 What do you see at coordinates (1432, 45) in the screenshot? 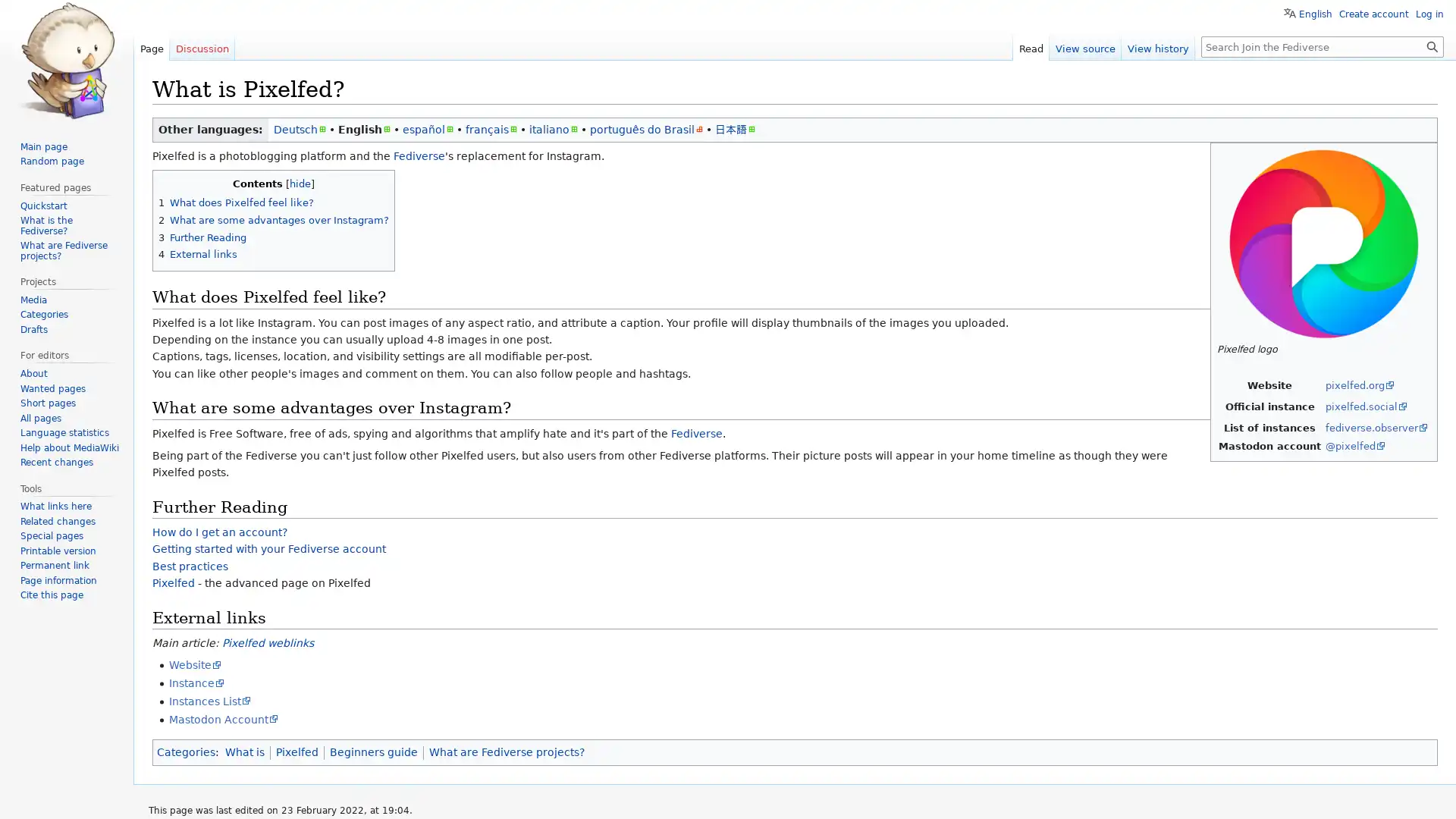
I see `Go` at bounding box center [1432, 45].